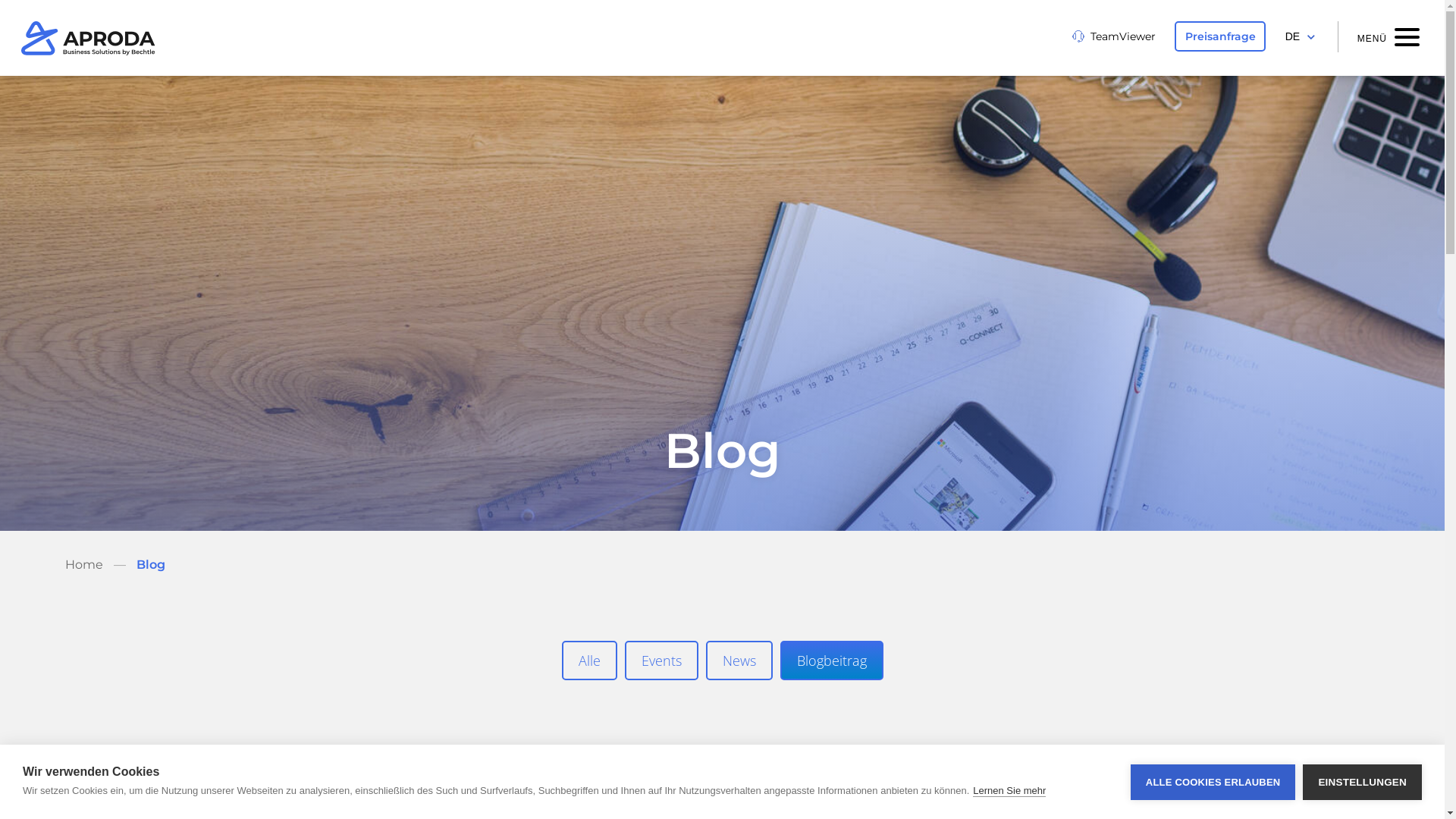  Describe the element at coordinates (972, 789) in the screenshot. I see `'Lernen Sie mehr'` at that location.